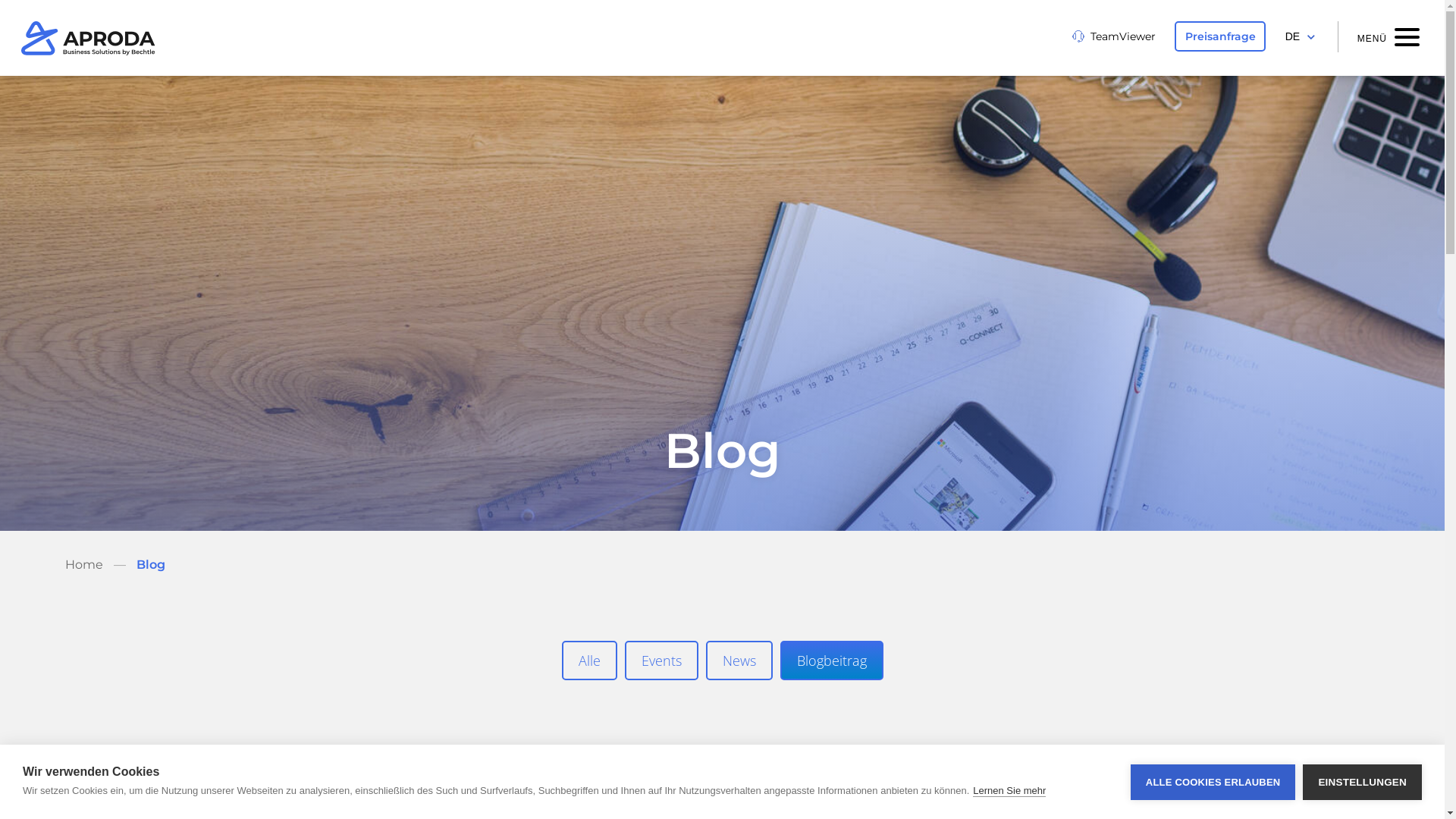  Describe the element at coordinates (972, 789) in the screenshot. I see `'Lernen Sie mehr'` at that location.